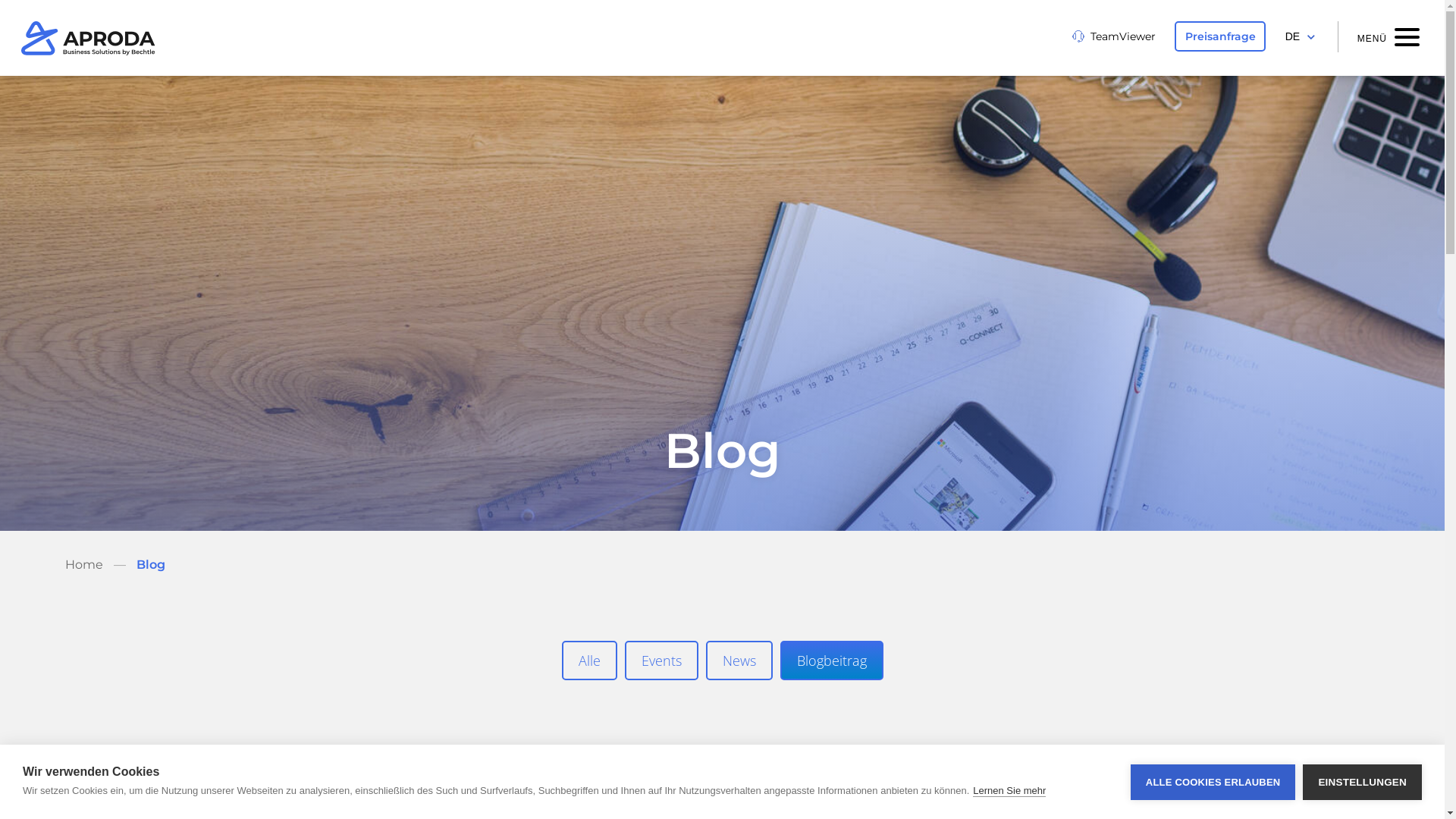  Describe the element at coordinates (972, 789) in the screenshot. I see `'Lernen Sie mehr'` at that location.